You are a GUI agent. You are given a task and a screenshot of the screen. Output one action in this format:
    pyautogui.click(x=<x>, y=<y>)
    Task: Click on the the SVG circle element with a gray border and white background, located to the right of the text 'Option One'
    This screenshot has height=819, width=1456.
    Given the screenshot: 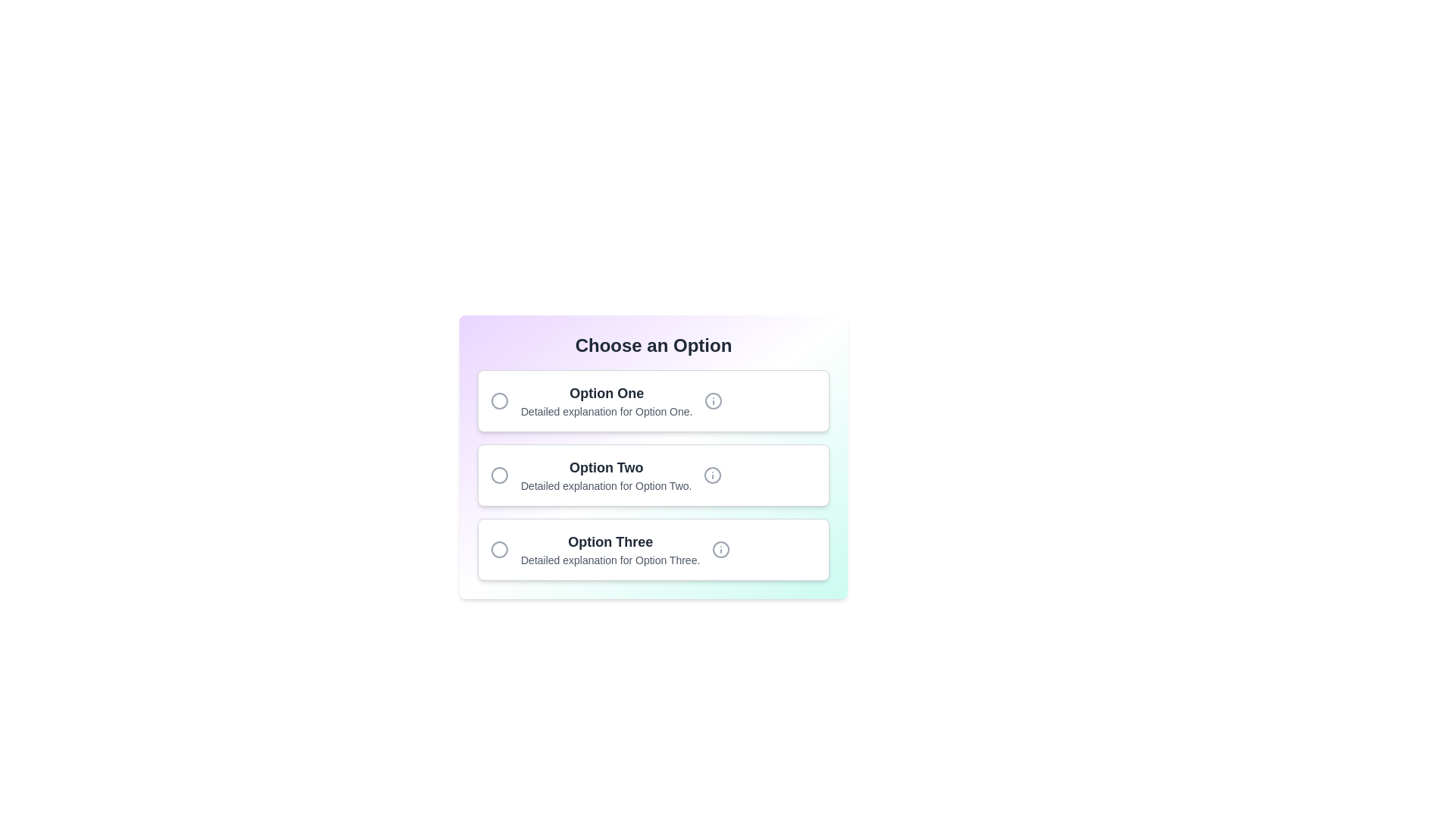 What is the action you would take?
    pyautogui.click(x=713, y=400)
    